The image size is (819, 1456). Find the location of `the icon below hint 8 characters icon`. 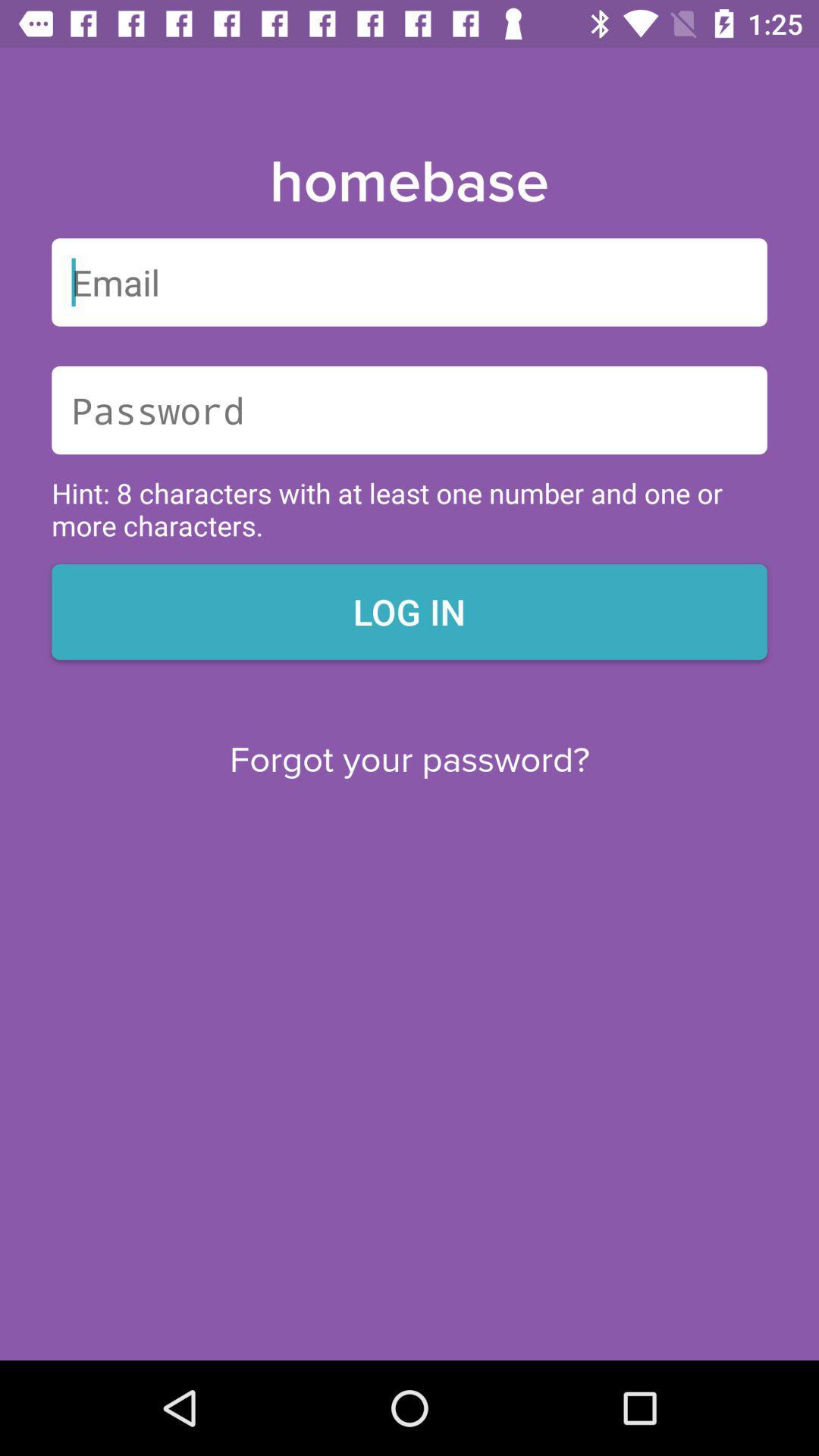

the icon below hint 8 characters icon is located at coordinates (409, 611).